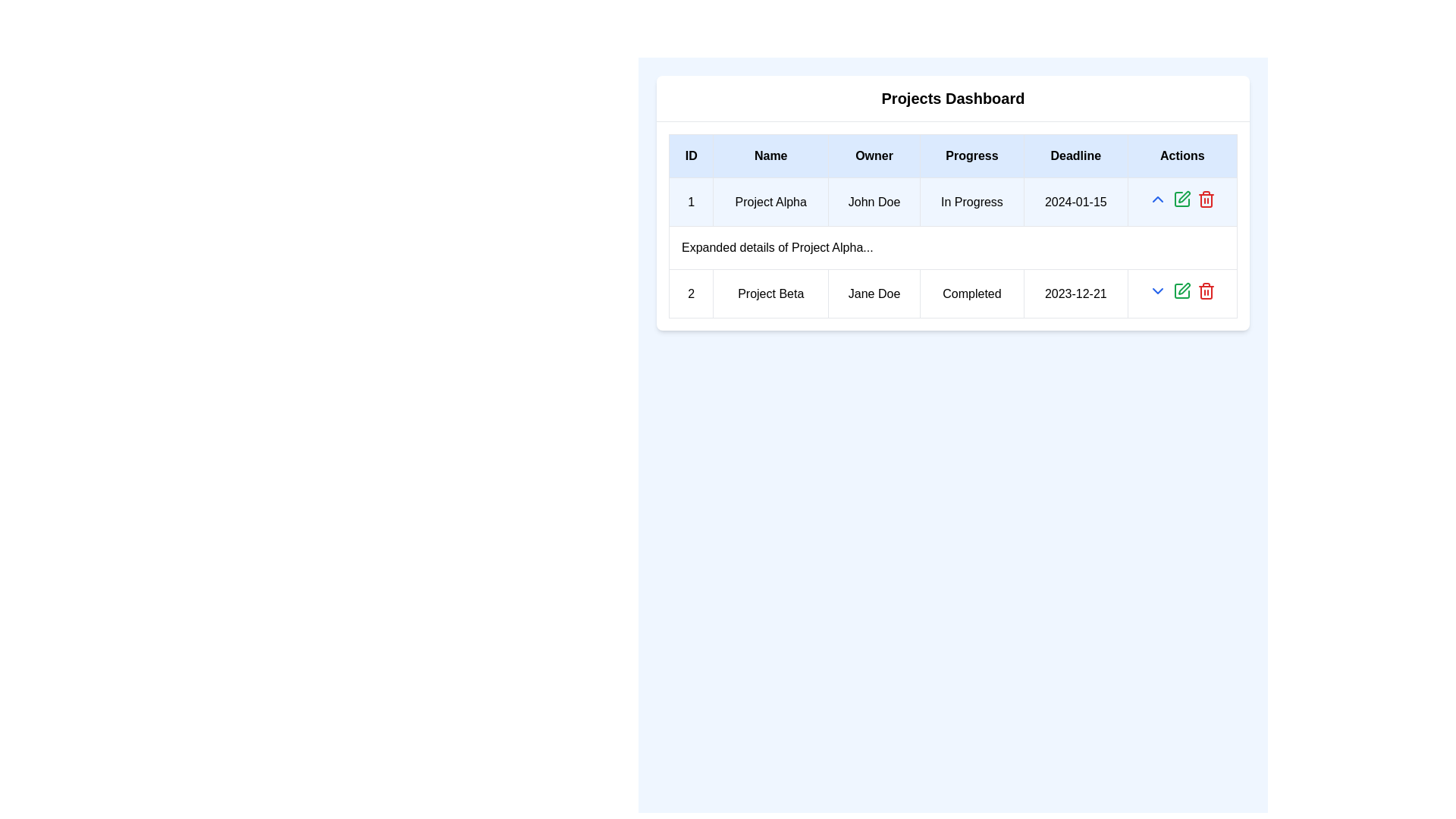 Image resolution: width=1456 pixels, height=819 pixels. What do you see at coordinates (874, 155) in the screenshot?
I see `the table header cell representing the owners column, which is the third cell in a horizontal row of six, located between the 'Name' and 'Progress' cells` at bounding box center [874, 155].